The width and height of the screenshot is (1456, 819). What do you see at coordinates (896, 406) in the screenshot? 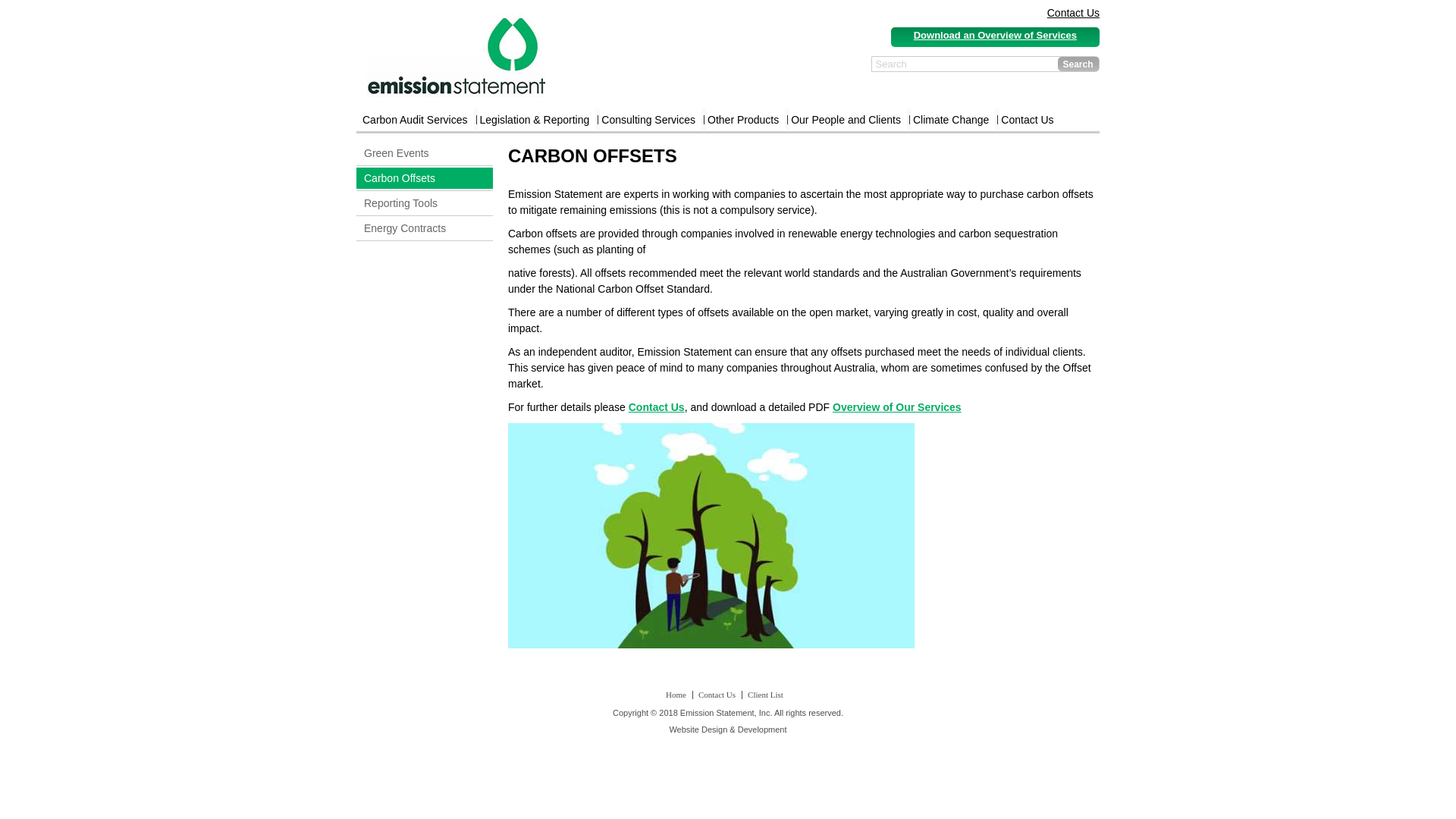
I see `'Overview of Our Services'` at bounding box center [896, 406].